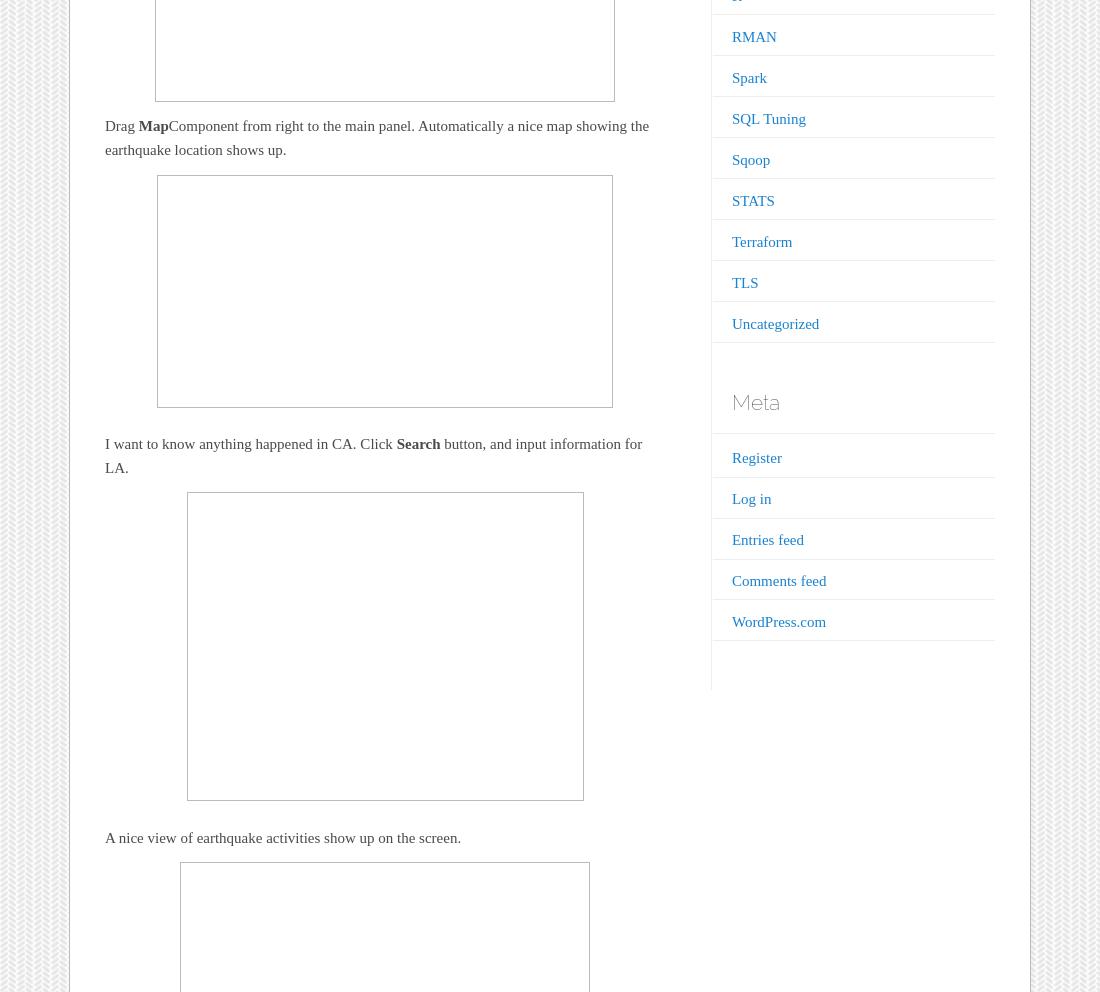 The height and width of the screenshot is (992, 1100). Describe the element at coordinates (121, 126) in the screenshot. I see `'Drag'` at that location.